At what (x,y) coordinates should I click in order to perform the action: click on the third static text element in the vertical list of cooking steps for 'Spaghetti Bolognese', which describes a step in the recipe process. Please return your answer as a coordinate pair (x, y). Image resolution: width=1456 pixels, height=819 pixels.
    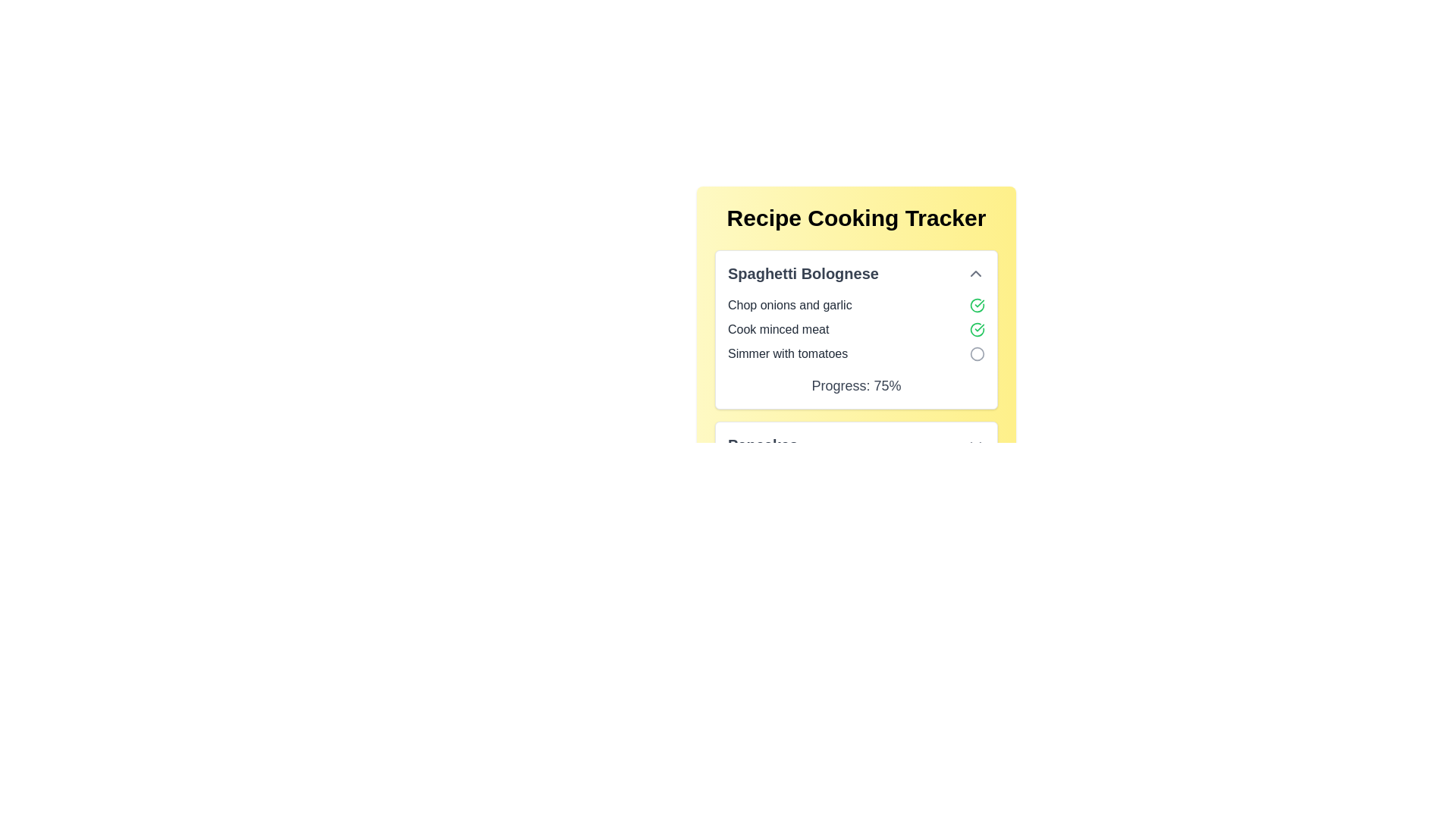
    Looking at the image, I should click on (788, 353).